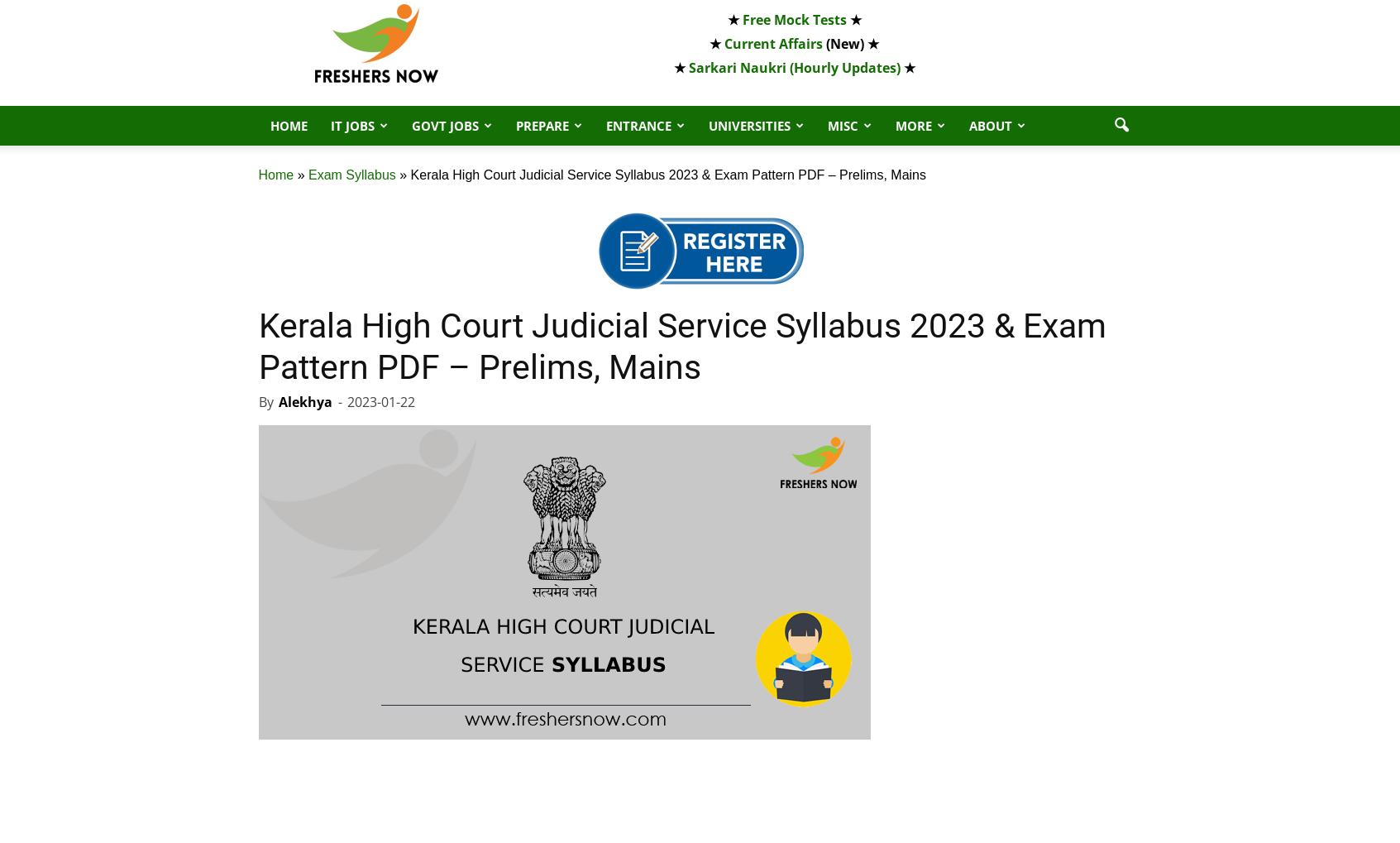  I want to click on 'Alekhya', so click(304, 400).